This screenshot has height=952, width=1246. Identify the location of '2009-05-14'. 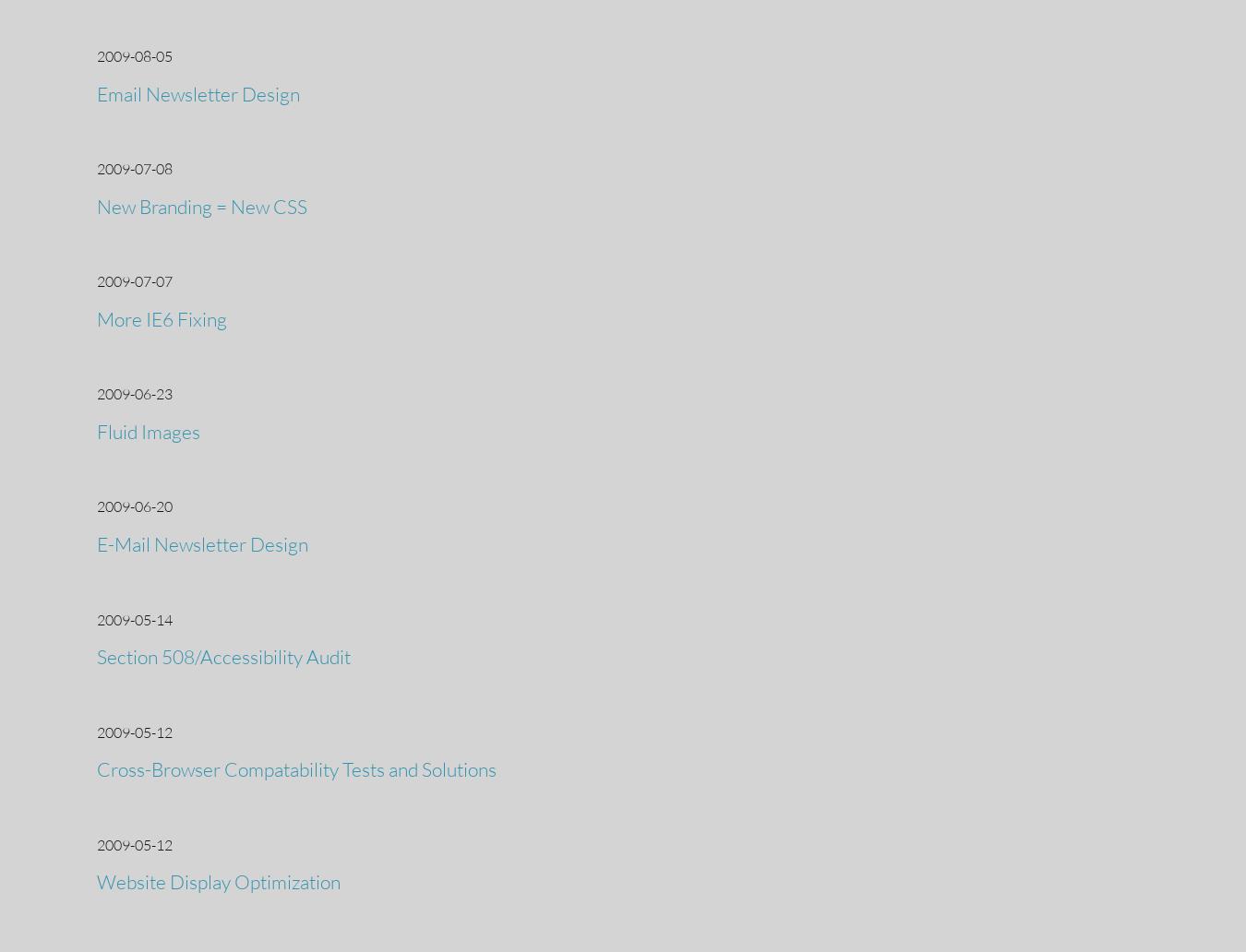
(96, 618).